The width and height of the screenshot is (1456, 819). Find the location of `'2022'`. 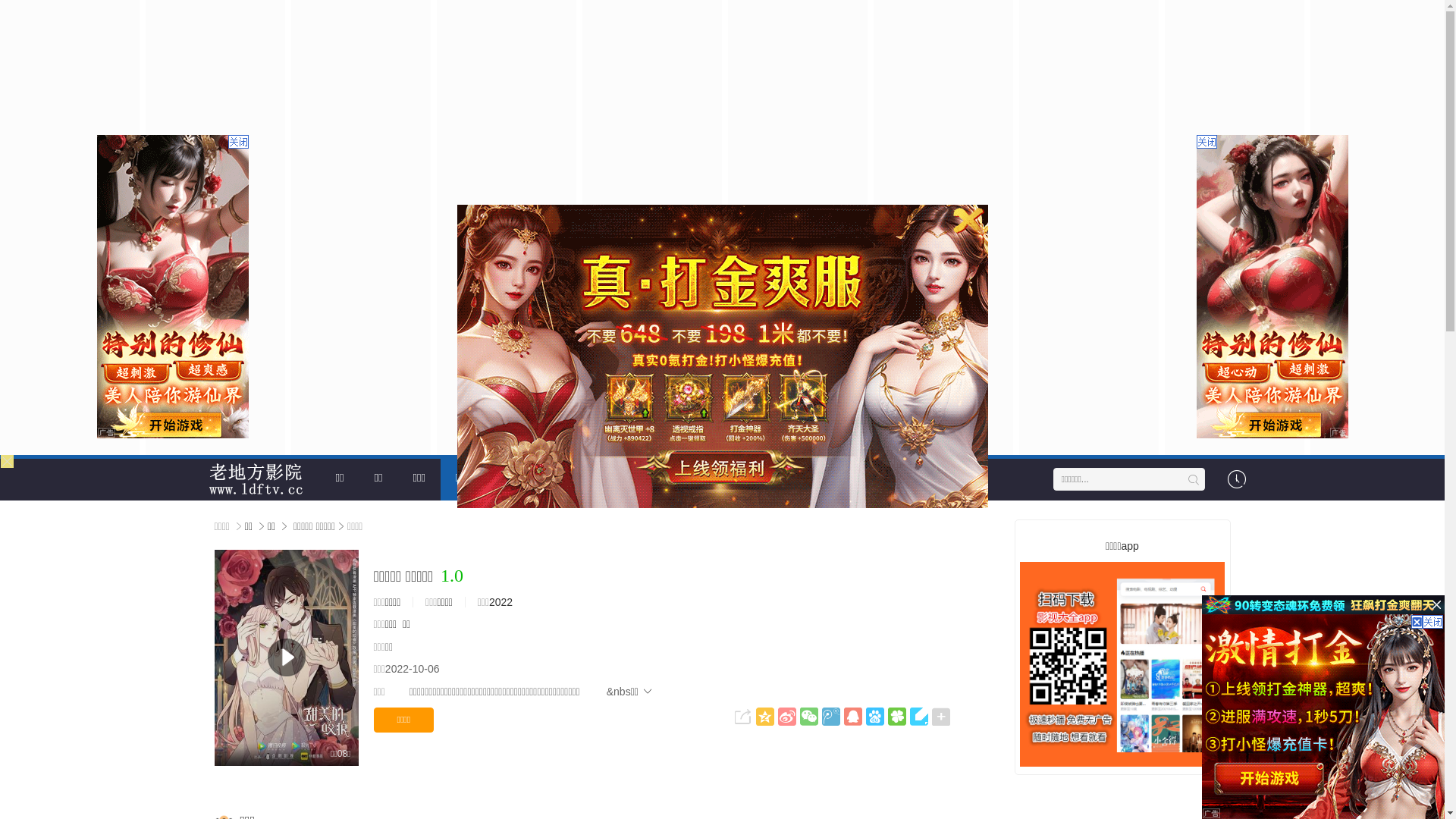

'2022' is located at coordinates (500, 601).